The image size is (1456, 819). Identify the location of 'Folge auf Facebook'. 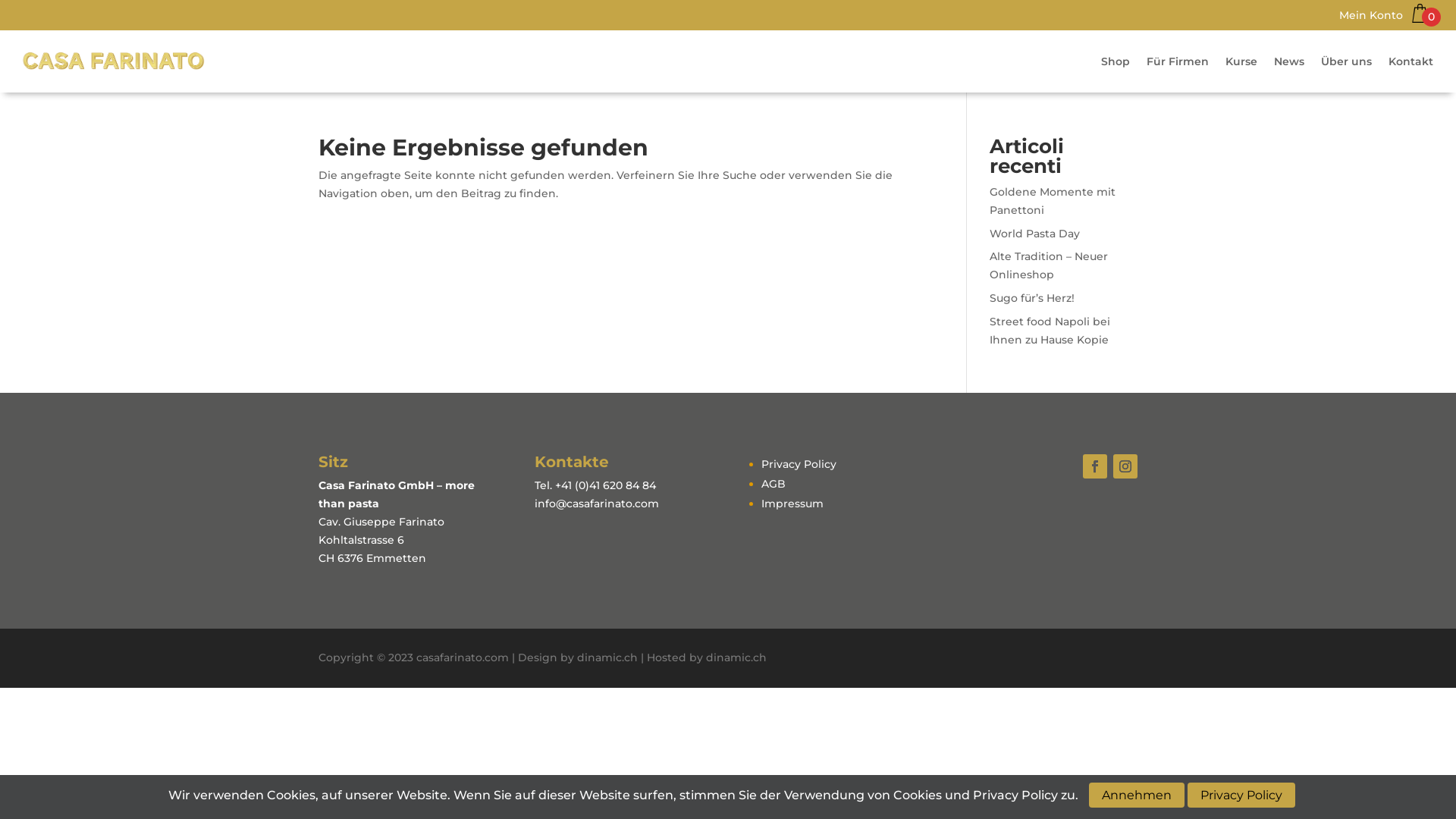
(1082, 465).